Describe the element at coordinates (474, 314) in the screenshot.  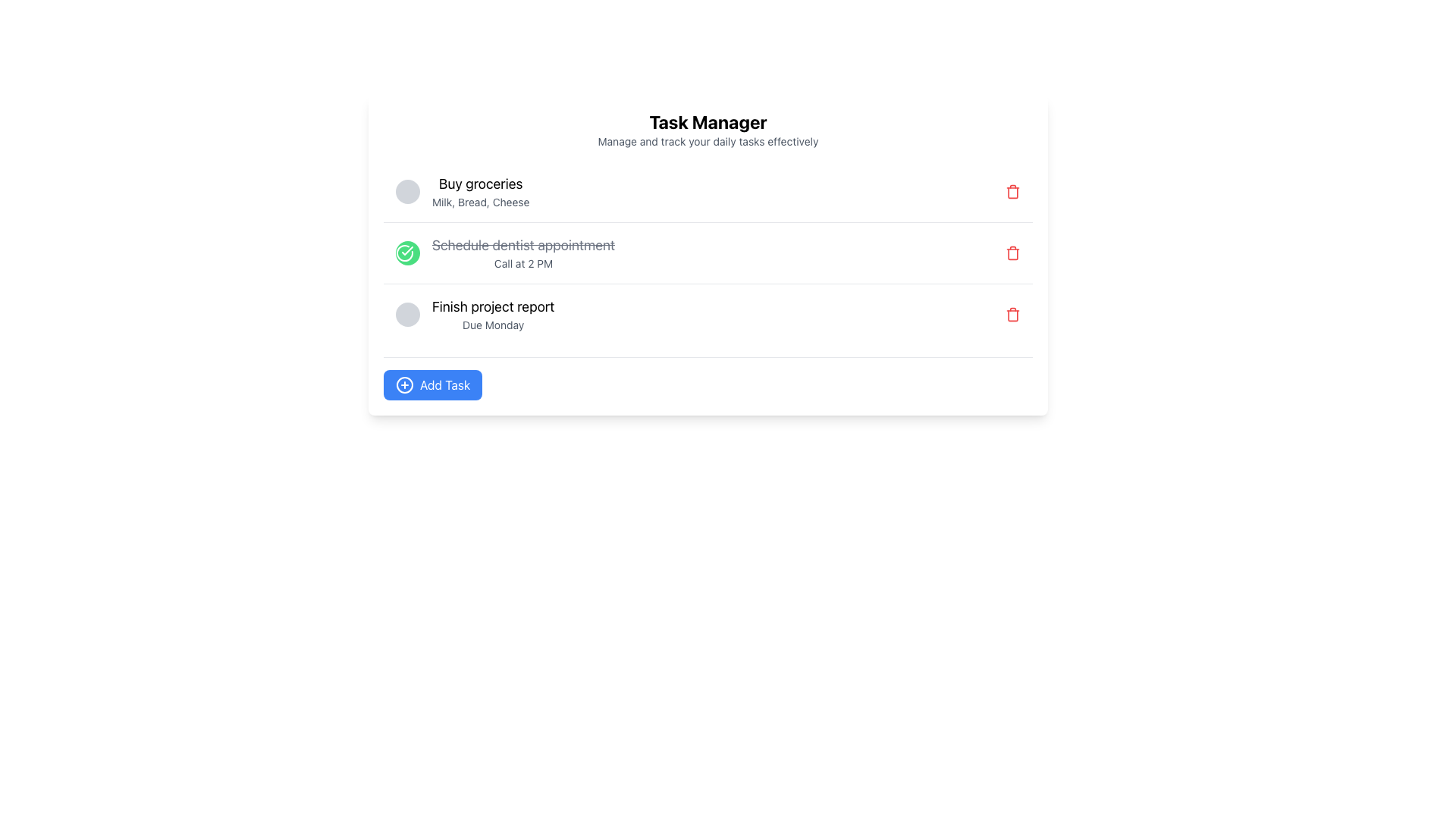
I see `the task list item displaying the title 'Finish project report' and due date 'Due Monday' in the task management interface` at that location.